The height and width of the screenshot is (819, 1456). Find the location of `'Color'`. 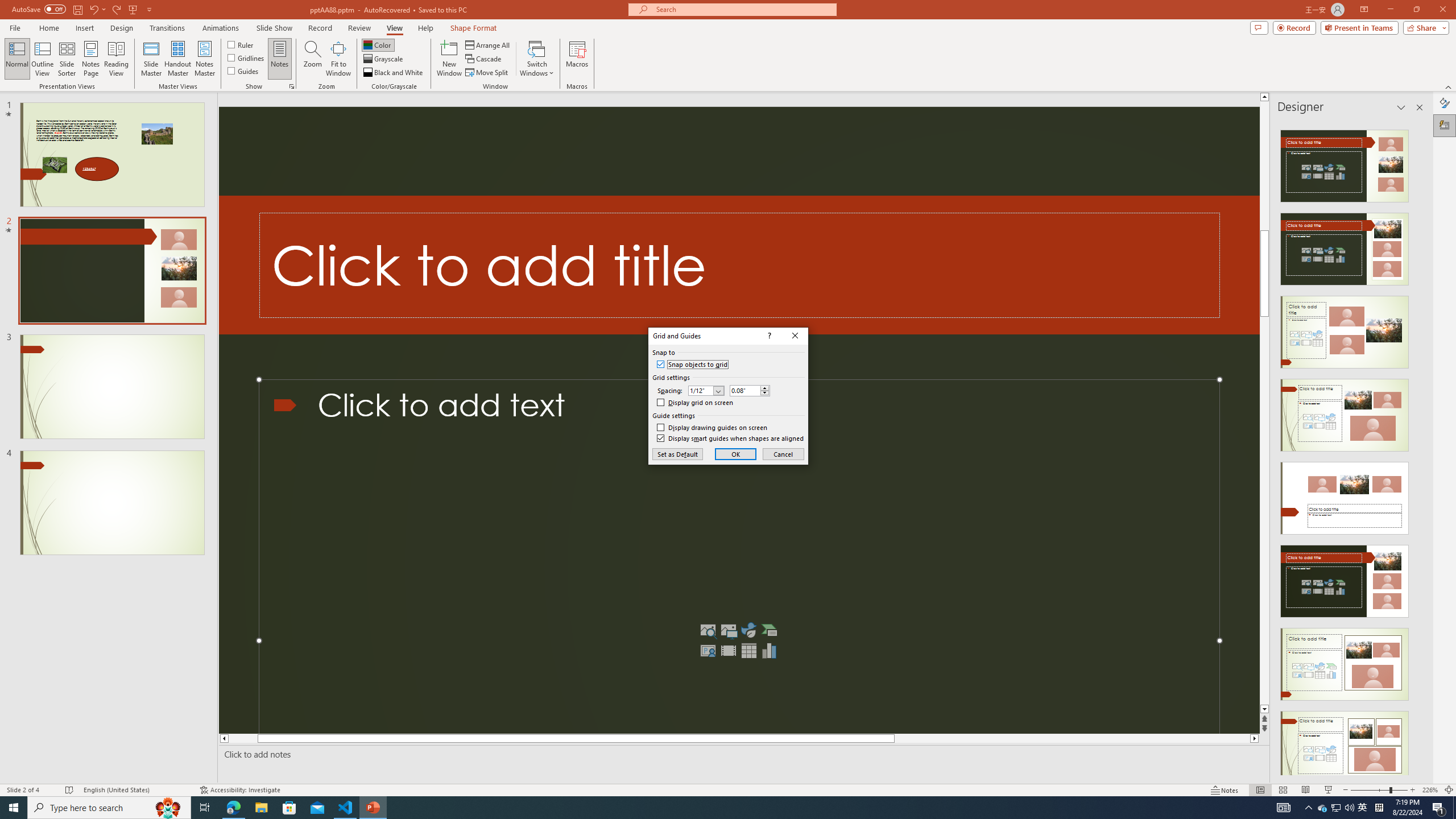

'Color' is located at coordinates (378, 44).